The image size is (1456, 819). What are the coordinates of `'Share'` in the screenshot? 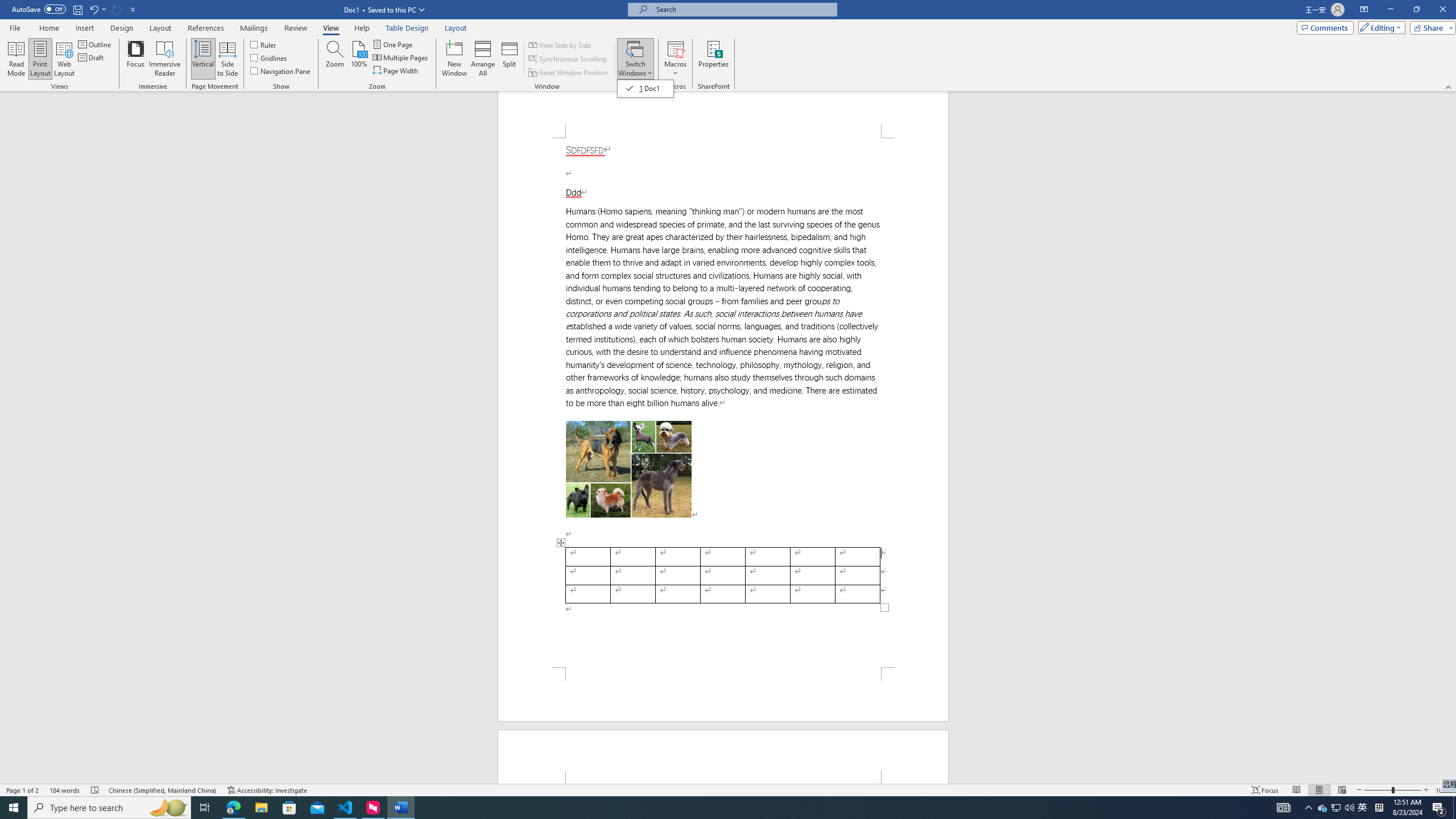 It's located at (1430, 27).